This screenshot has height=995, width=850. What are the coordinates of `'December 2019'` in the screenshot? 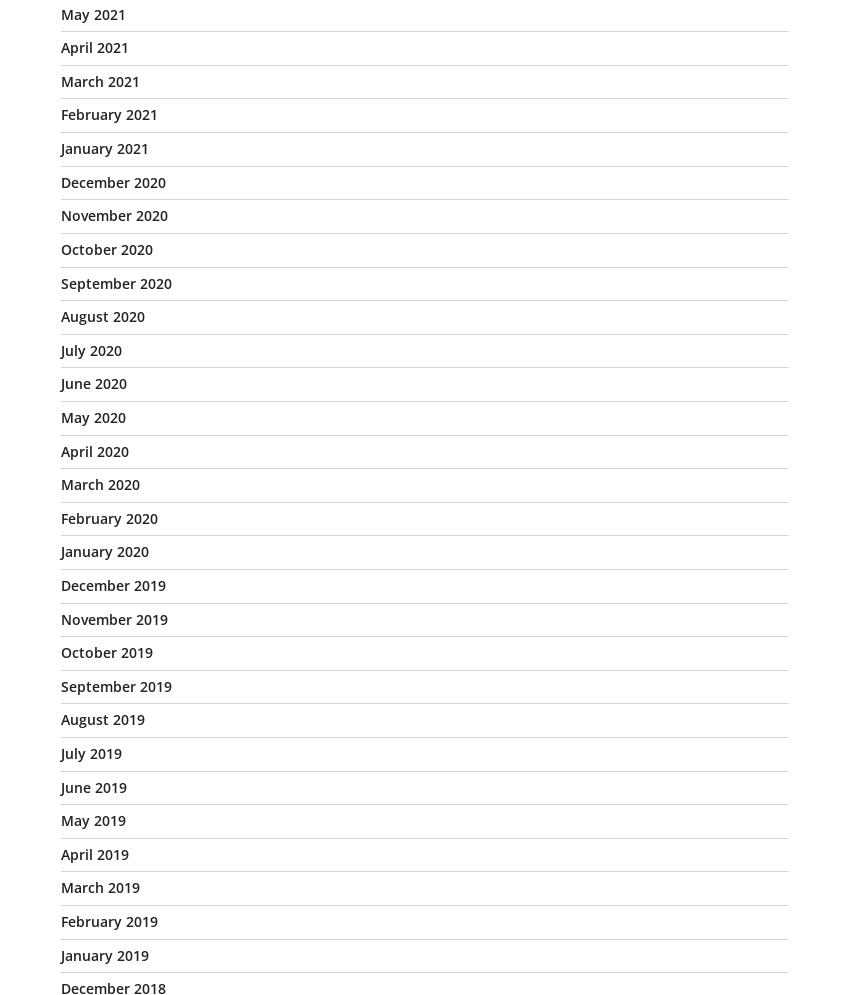 It's located at (112, 583).